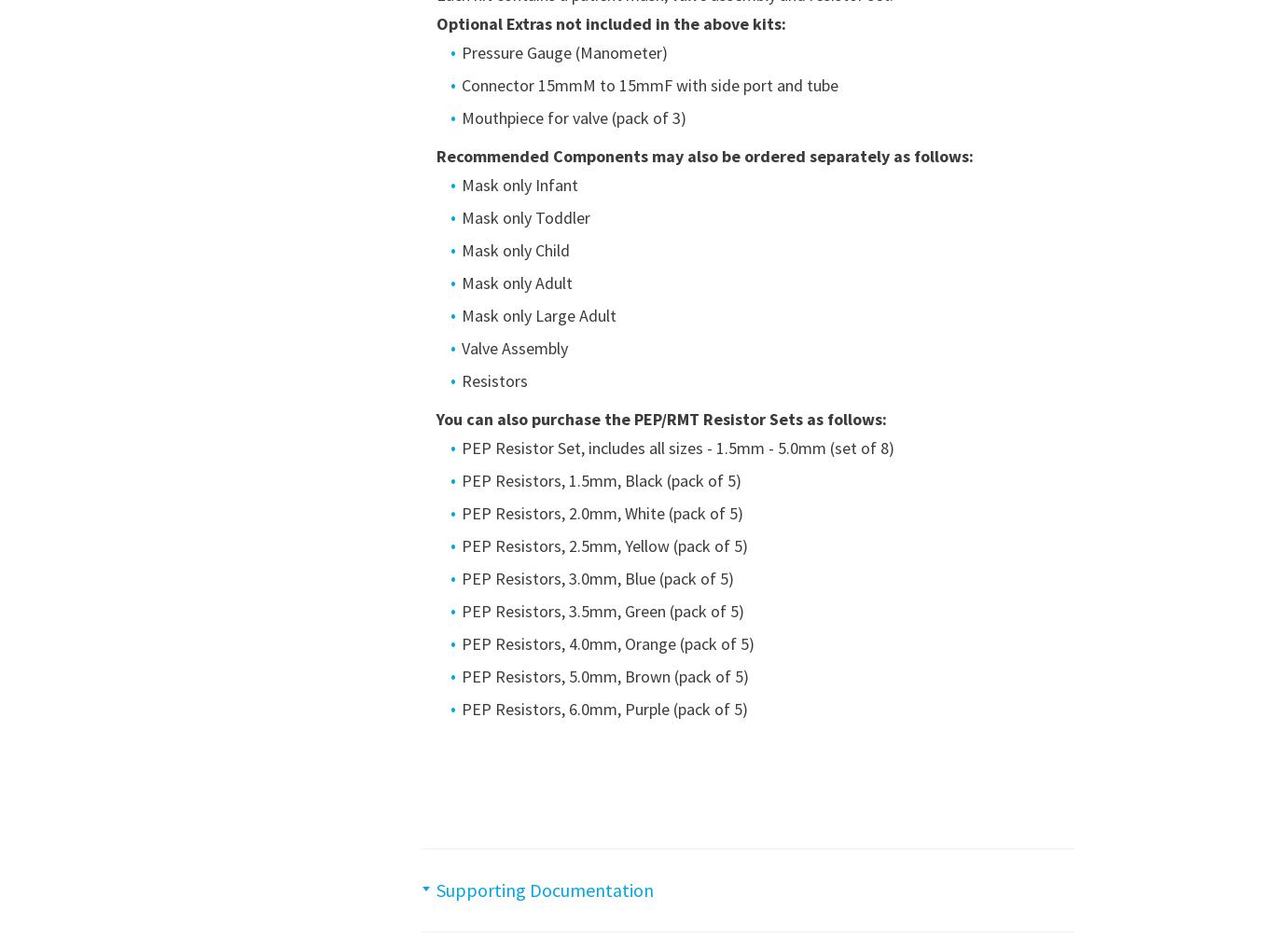 This screenshot has width=1274, height=952. Describe the element at coordinates (436, 889) in the screenshot. I see `'Supporting Documentation'` at that location.